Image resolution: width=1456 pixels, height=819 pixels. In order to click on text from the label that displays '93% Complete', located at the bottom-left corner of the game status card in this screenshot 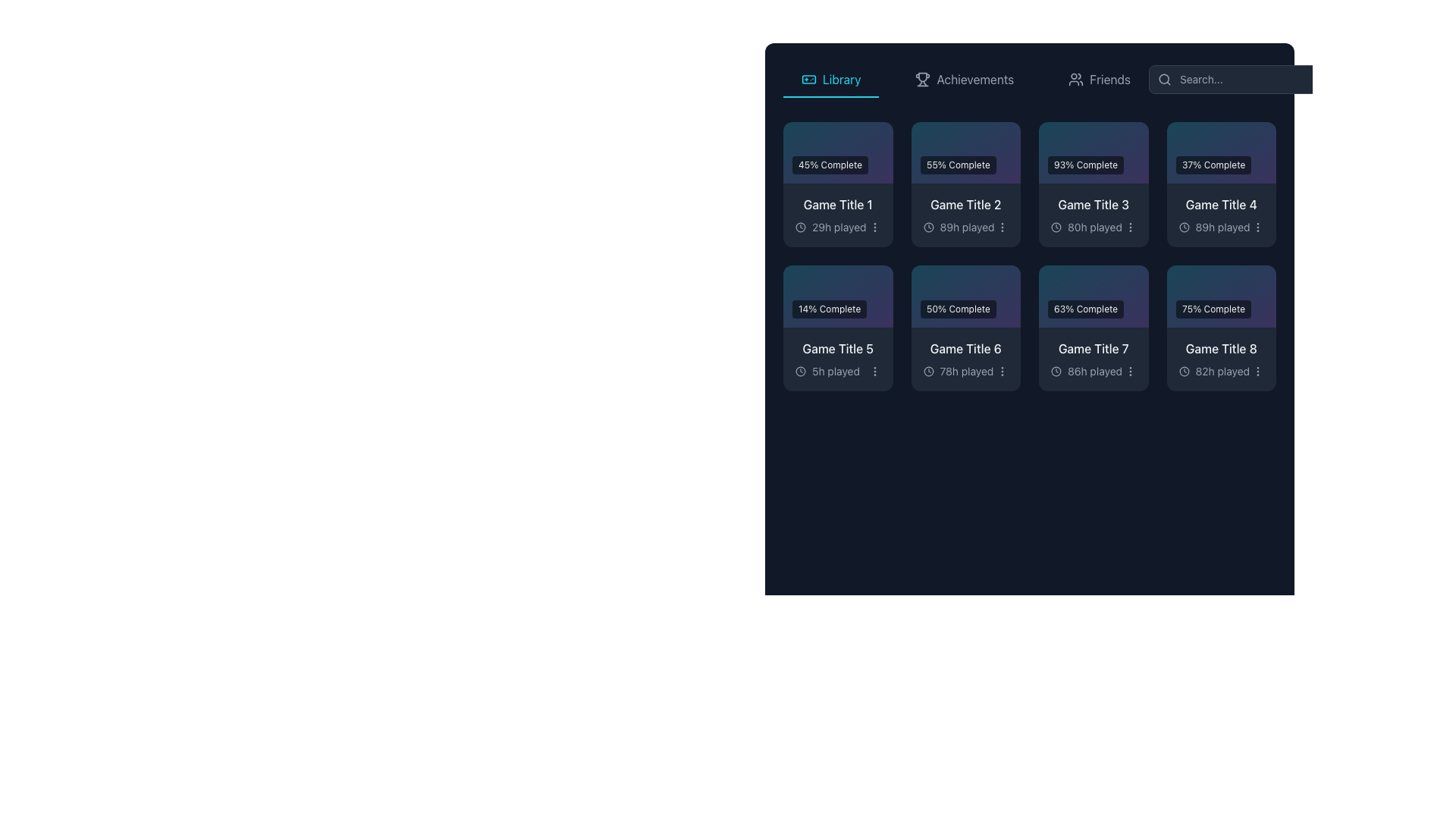, I will do `click(1085, 165)`.